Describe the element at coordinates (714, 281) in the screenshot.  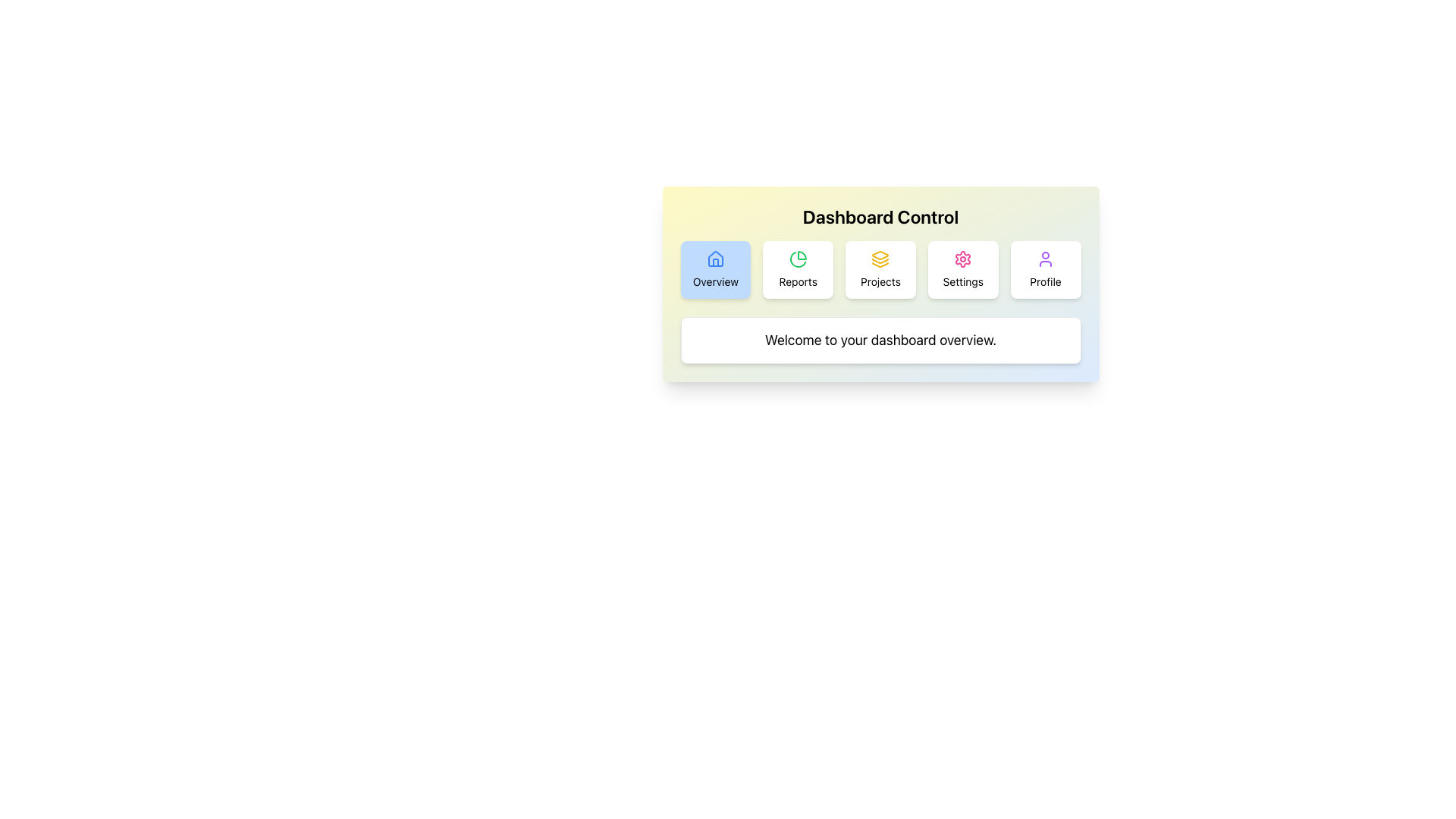
I see `the text content of the 'Overview' label, which is styled with a 'text-sm' class and is located below a house icon within the Dashboard Control section` at that location.